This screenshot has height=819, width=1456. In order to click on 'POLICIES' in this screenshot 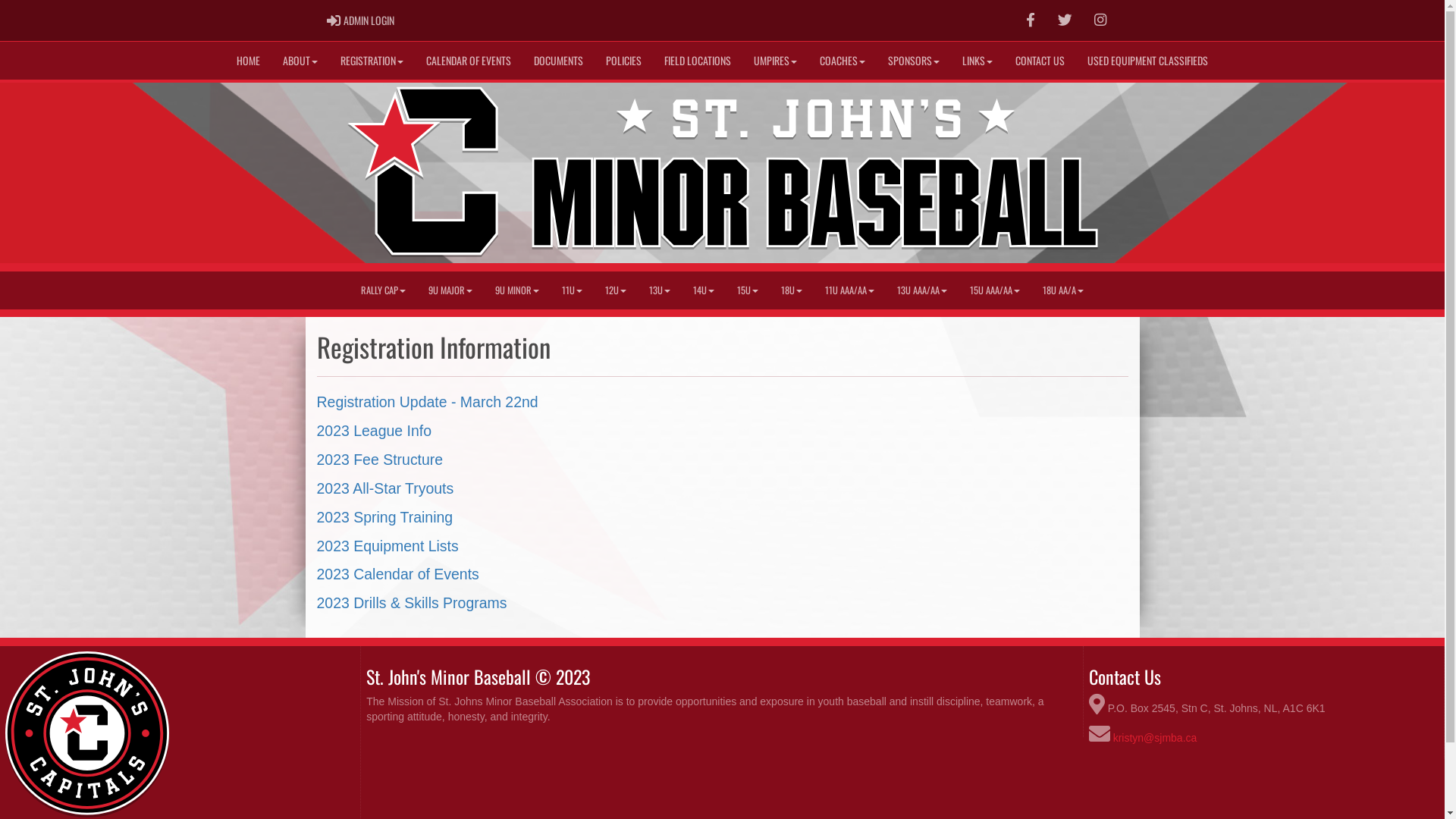, I will do `click(593, 60)`.